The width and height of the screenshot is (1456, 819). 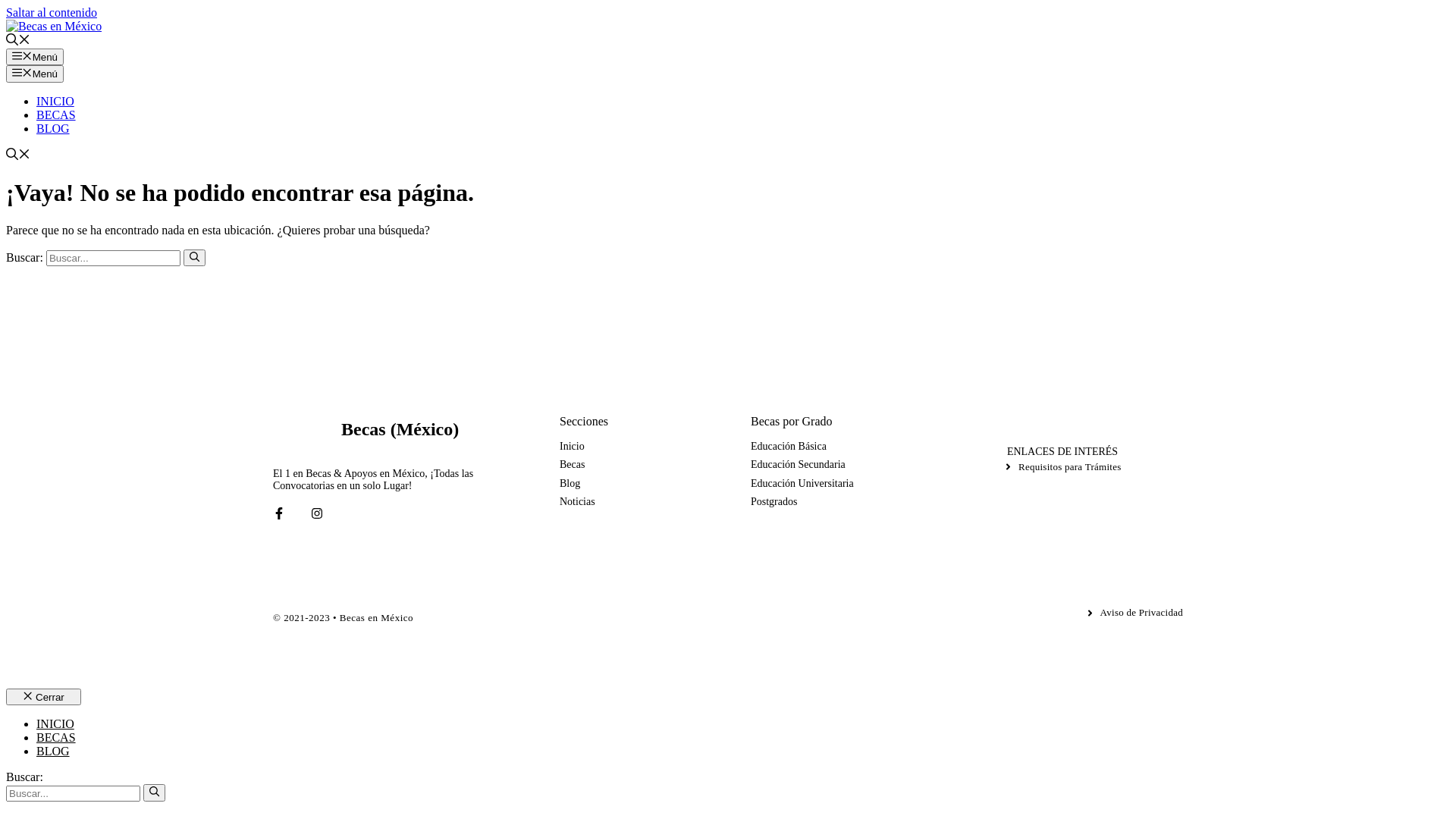 What do you see at coordinates (1134, 611) in the screenshot?
I see `'Aviso de Privacidad'` at bounding box center [1134, 611].